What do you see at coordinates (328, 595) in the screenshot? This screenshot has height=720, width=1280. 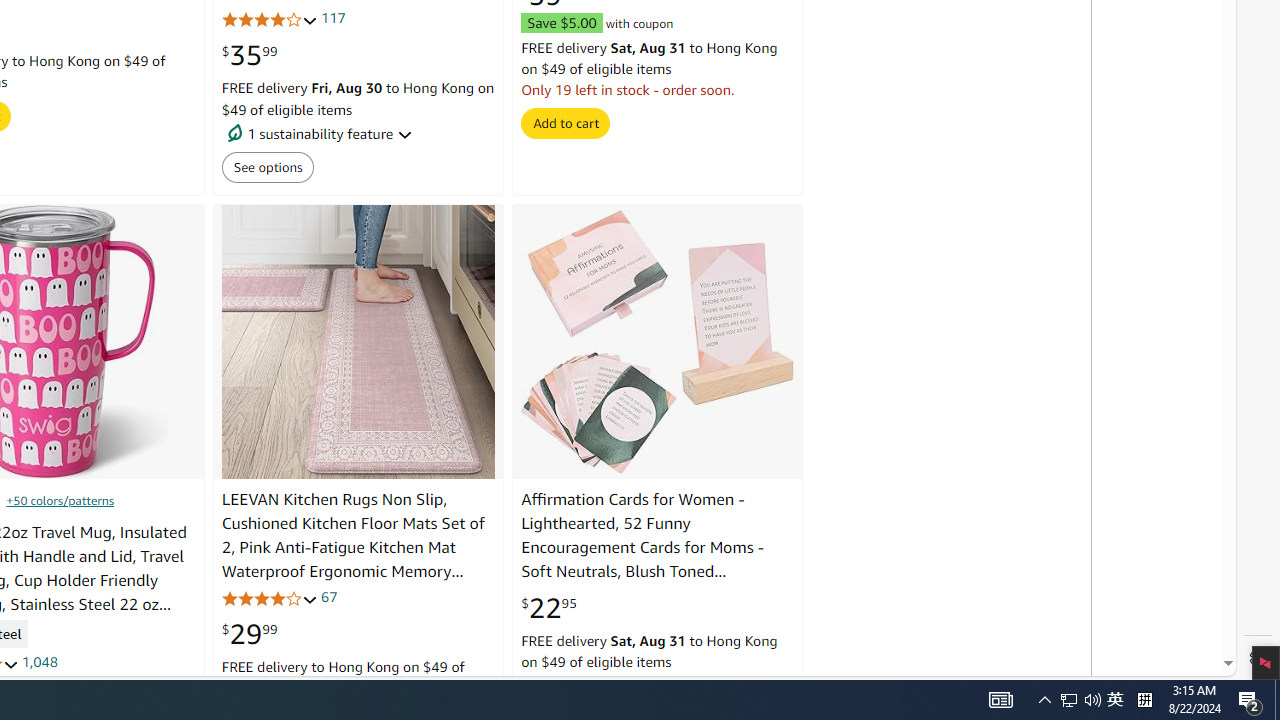 I see `'67'` at bounding box center [328, 595].